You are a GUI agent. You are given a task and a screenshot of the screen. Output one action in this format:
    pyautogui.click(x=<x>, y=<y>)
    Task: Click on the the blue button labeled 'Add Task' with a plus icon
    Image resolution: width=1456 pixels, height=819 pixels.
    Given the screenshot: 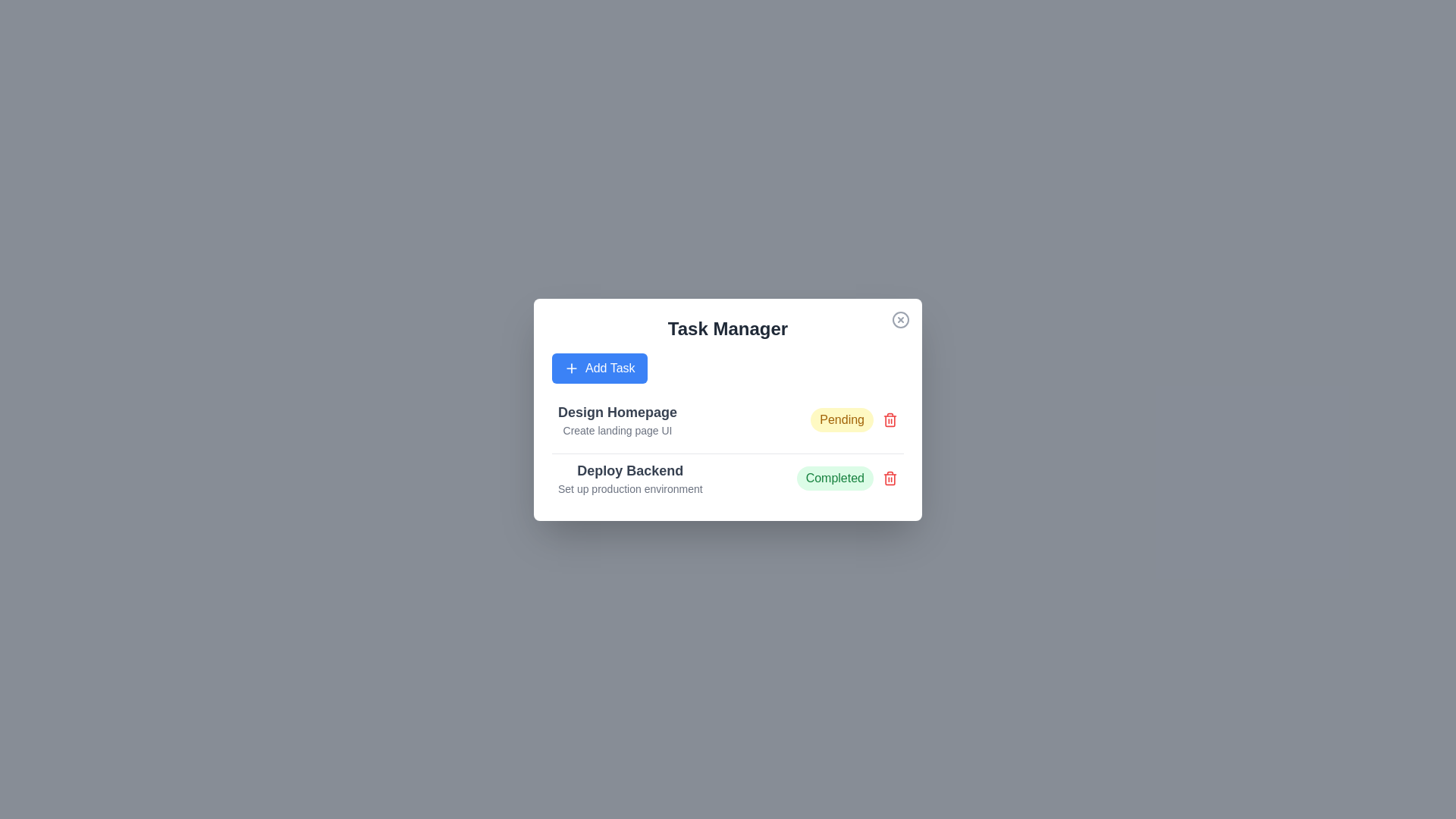 What is the action you would take?
    pyautogui.click(x=598, y=368)
    